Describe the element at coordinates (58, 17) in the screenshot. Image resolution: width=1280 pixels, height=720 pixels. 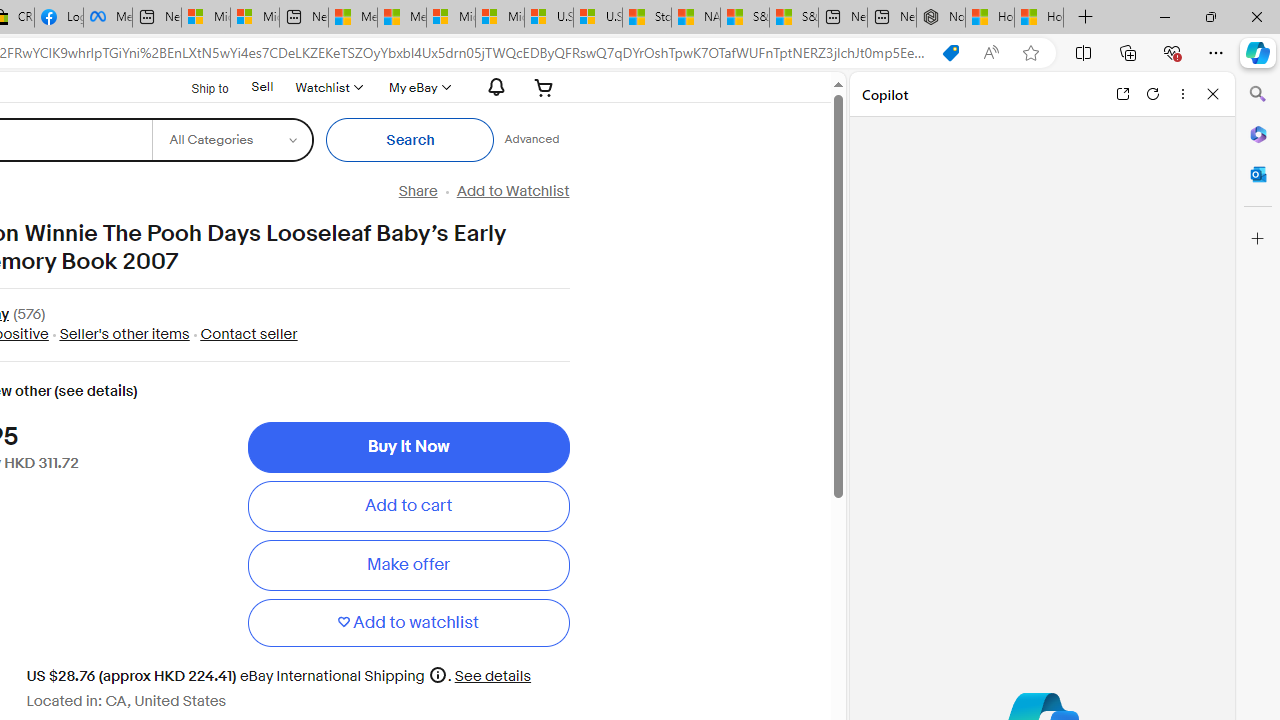
I see `'Log into Facebook'` at that location.